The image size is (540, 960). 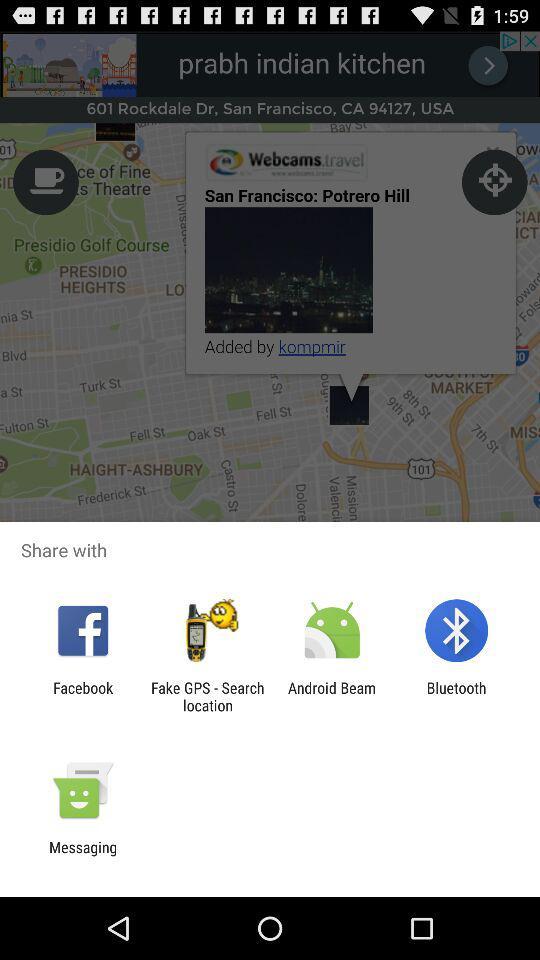 What do you see at coordinates (82, 855) in the screenshot?
I see `messaging icon` at bounding box center [82, 855].